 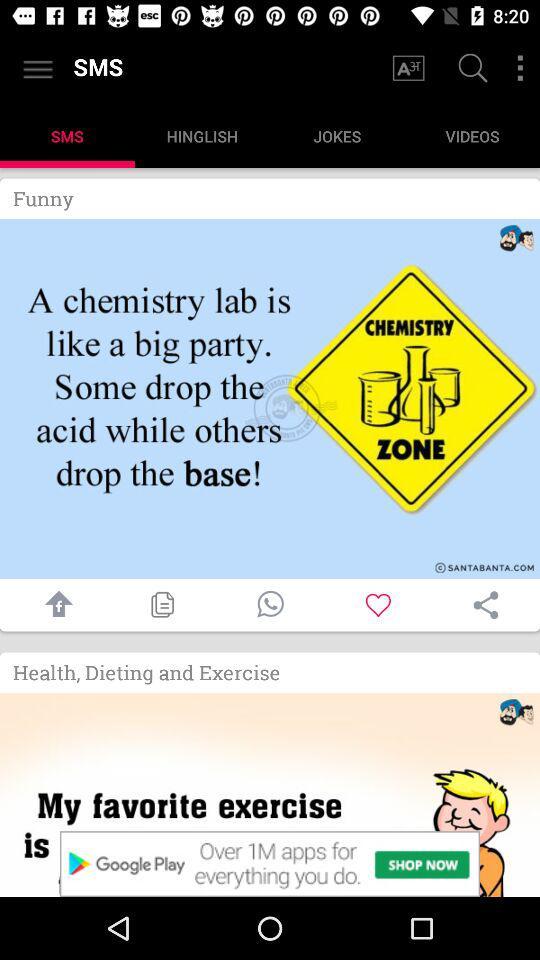 I want to click on sms to favorites, so click(x=378, y=604).